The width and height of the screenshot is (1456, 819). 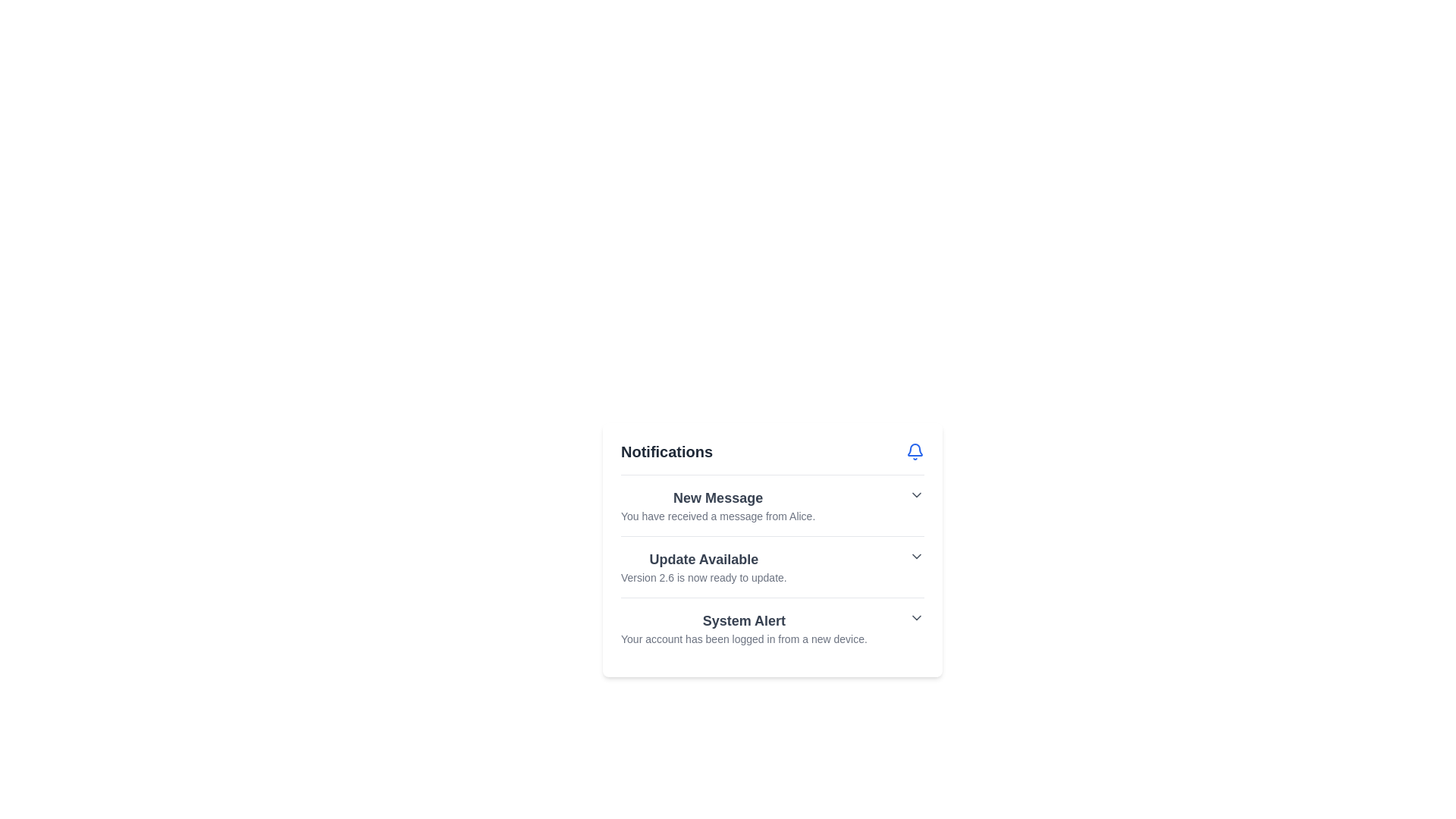 What do you see at coordinates (914, 451) in the screenshot?
I see `the bell icon to access notifications` at bounding box center [914, 451].